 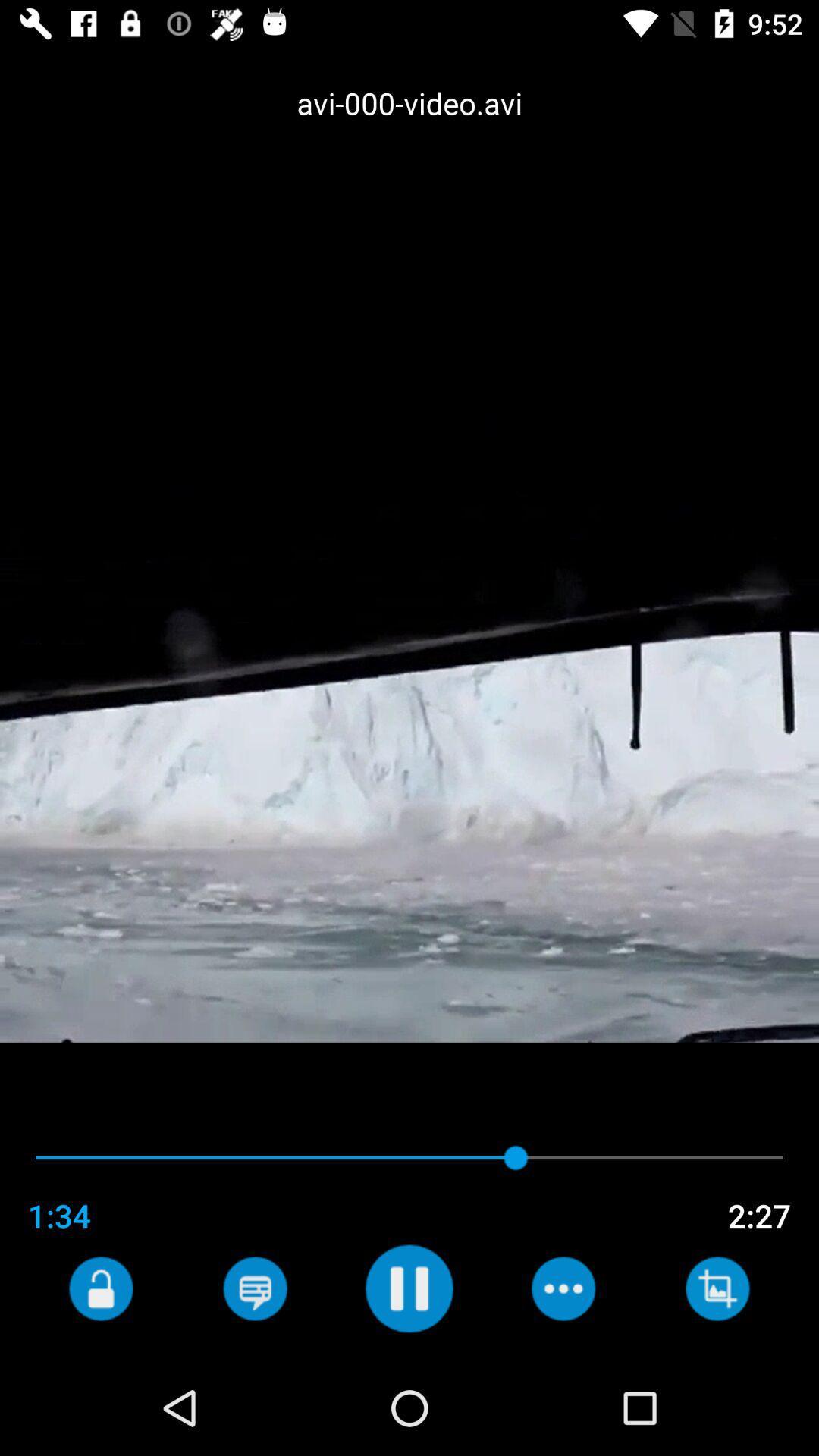 I want to click on the pause icon, so click(x=408, y=1288).